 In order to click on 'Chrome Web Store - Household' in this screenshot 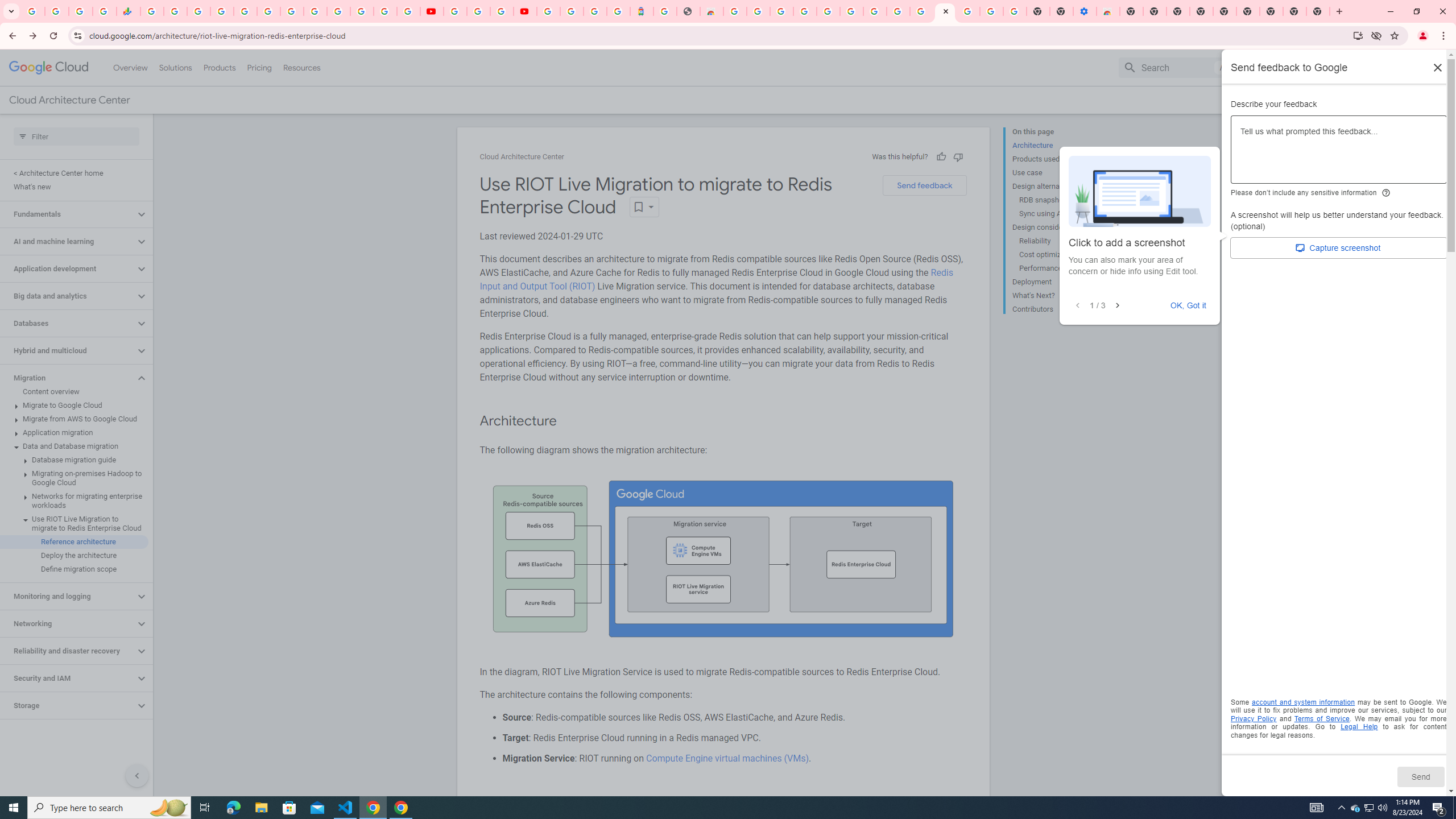, I will do `click(711, 11)`.